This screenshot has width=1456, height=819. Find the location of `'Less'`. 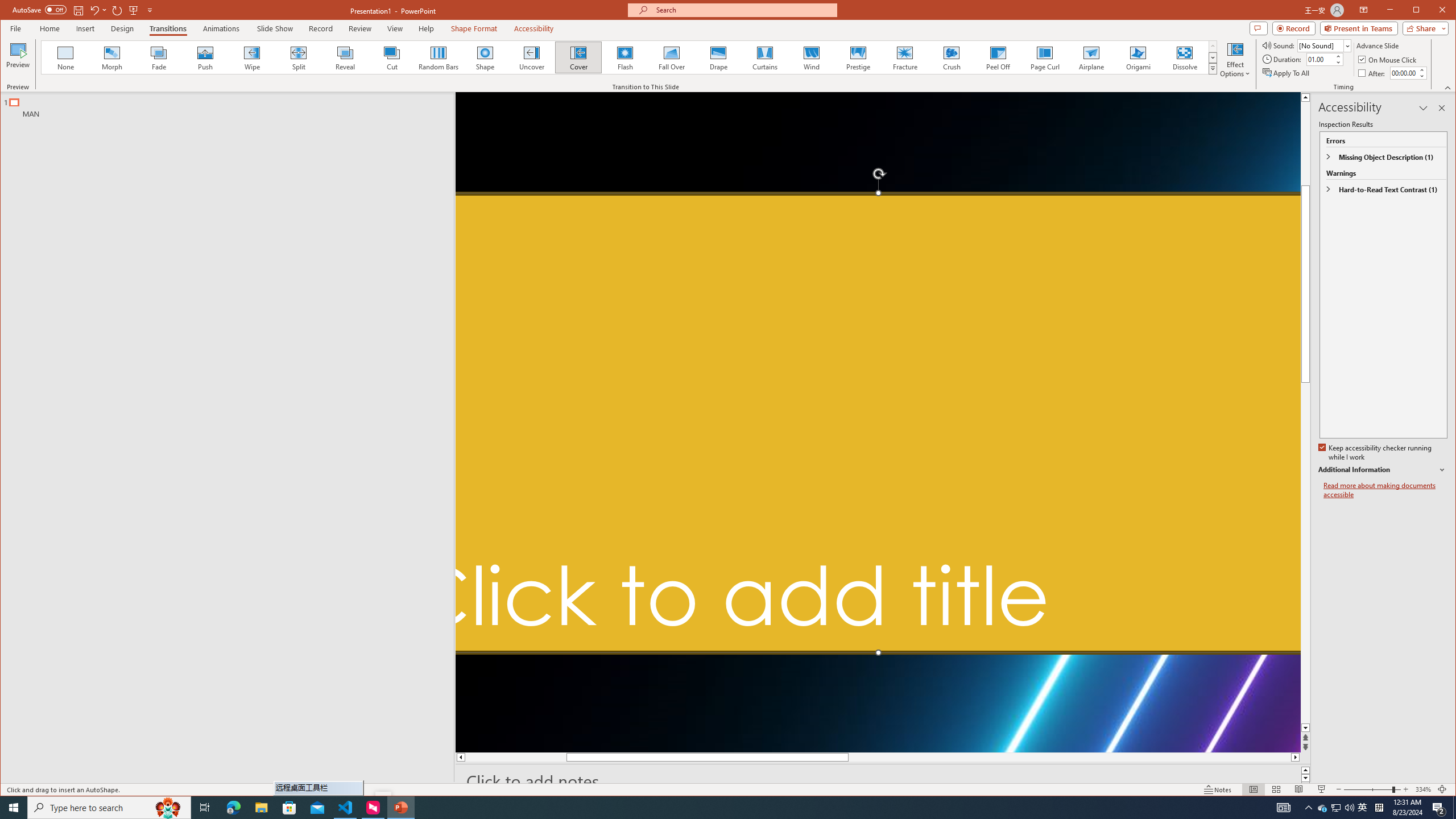

'Less' is located at coordinates (1421, 76).